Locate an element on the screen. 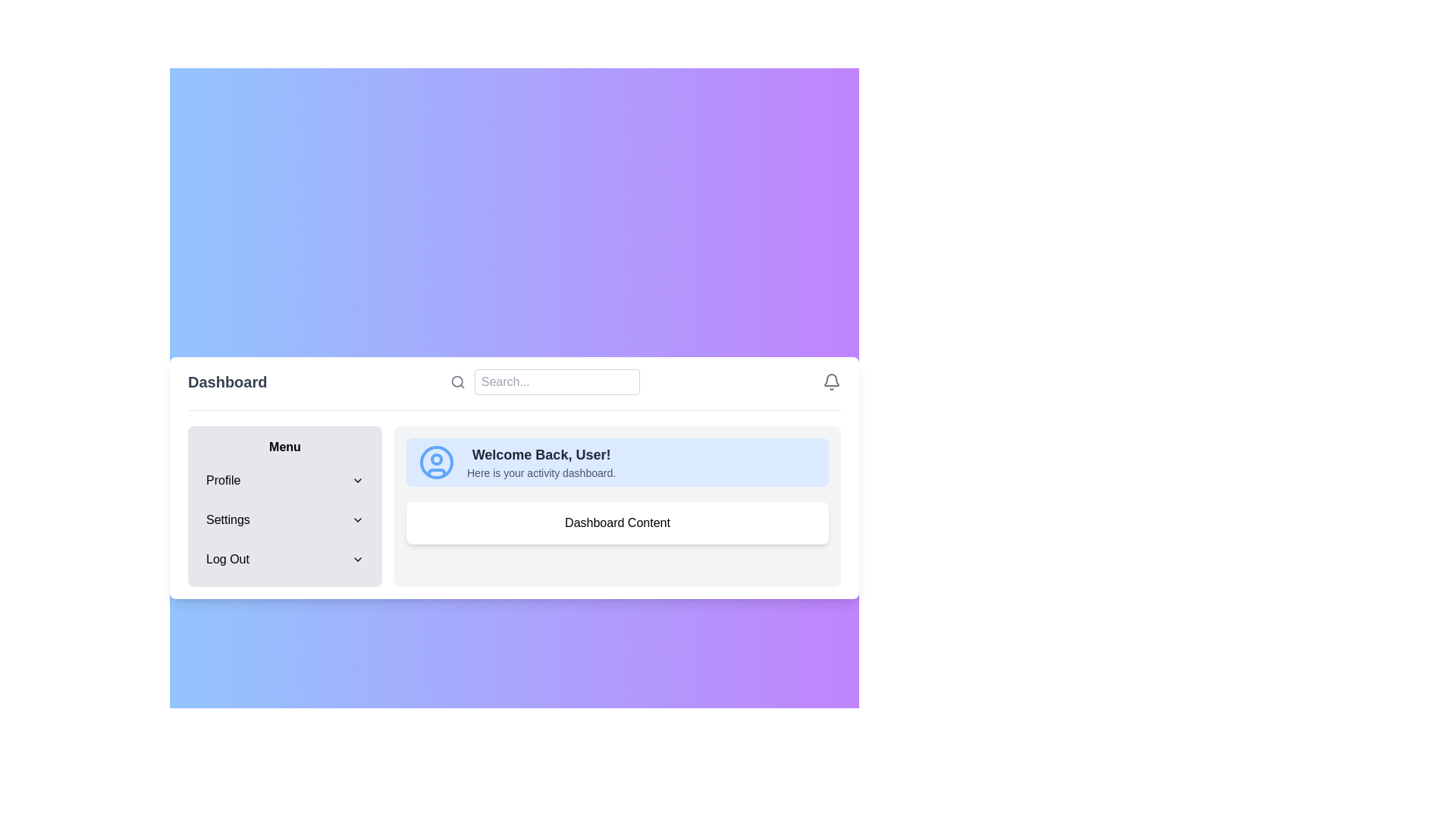 The image size is (1456, 819). the downward-pointing triangular arrow icon located at the right edge of the 'Log Out' menu option is located at coordinates (356, 559).